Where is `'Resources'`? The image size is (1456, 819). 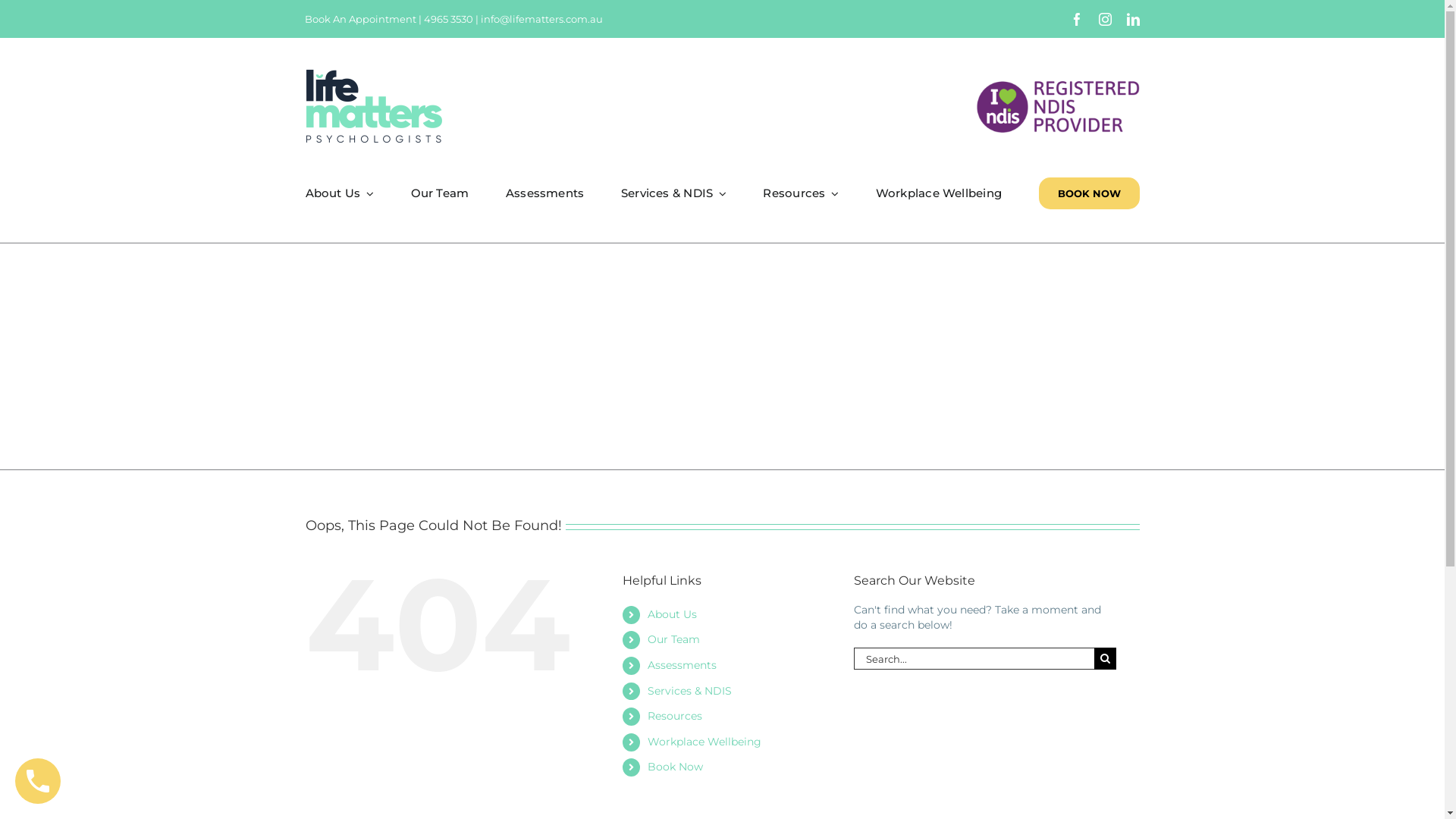 'Resources' is located at coordinates (673, 716).